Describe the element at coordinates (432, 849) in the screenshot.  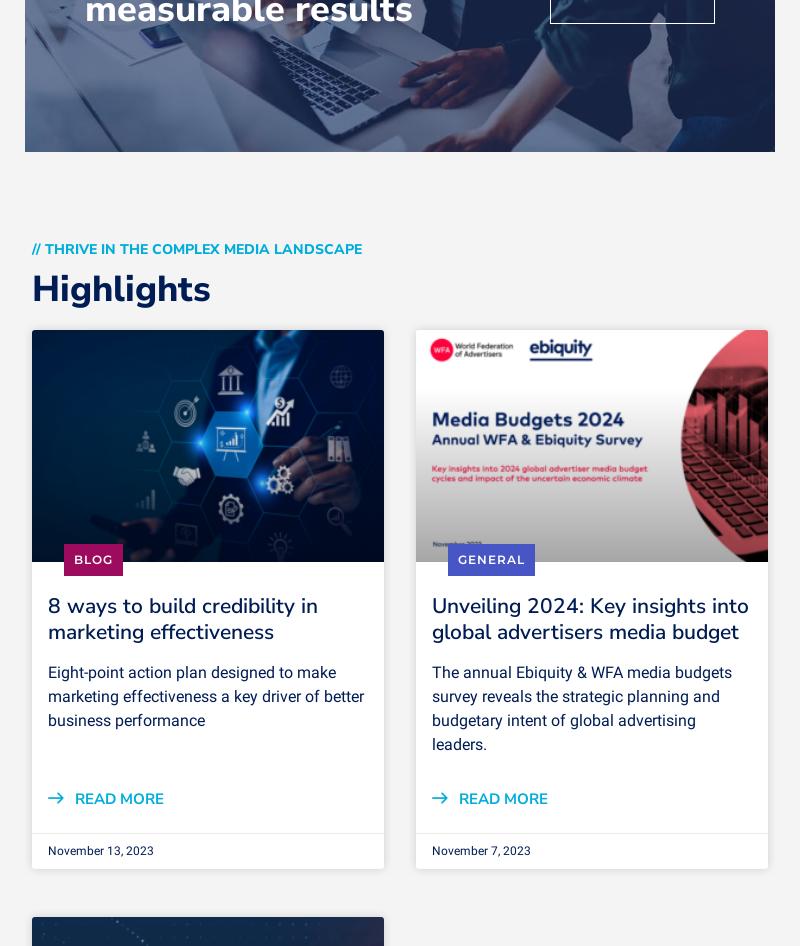
I see `'November 7, 2023'` at that location.